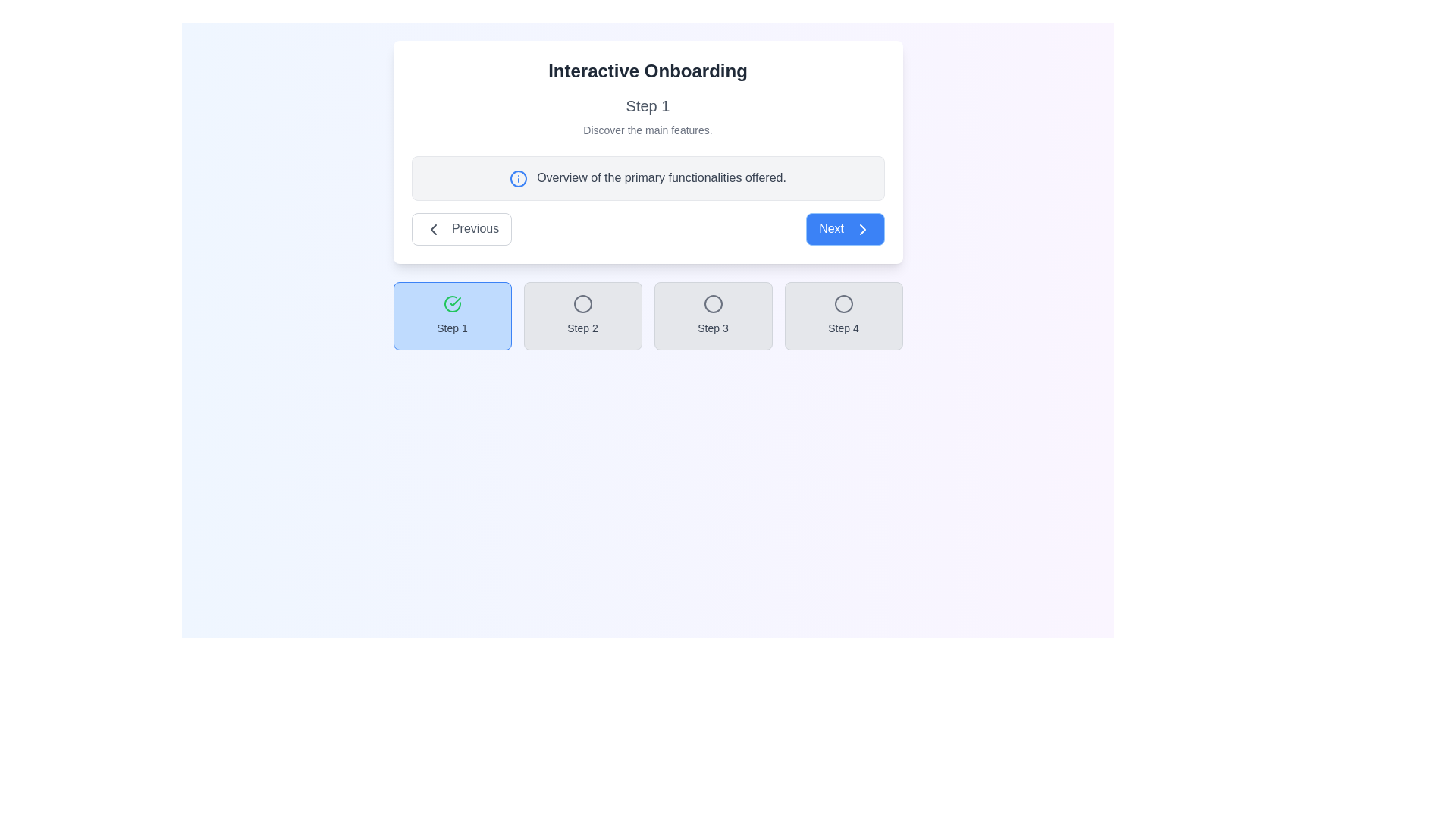 This screenshot has height=819, width=1456. Describe the element at coordinates (862, 229) in the screenshot. I see `the directional icon within the SVG structure of the 'Next' button located at the bottom right of the content card` at that location.